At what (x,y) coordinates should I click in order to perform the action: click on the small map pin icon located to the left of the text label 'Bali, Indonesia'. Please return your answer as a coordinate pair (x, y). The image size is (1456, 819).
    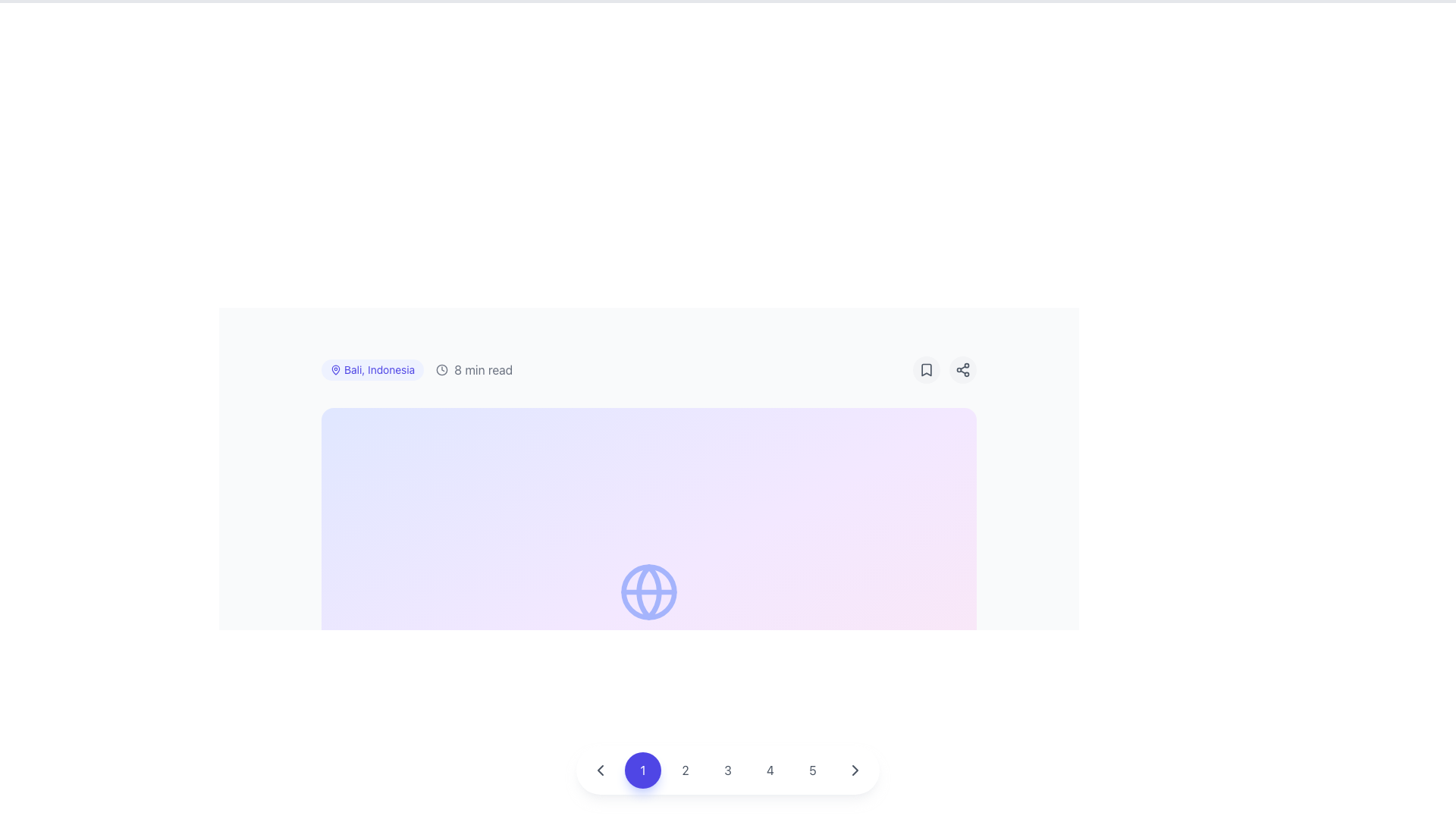
    Looking at the image, I should click on (334, 370).